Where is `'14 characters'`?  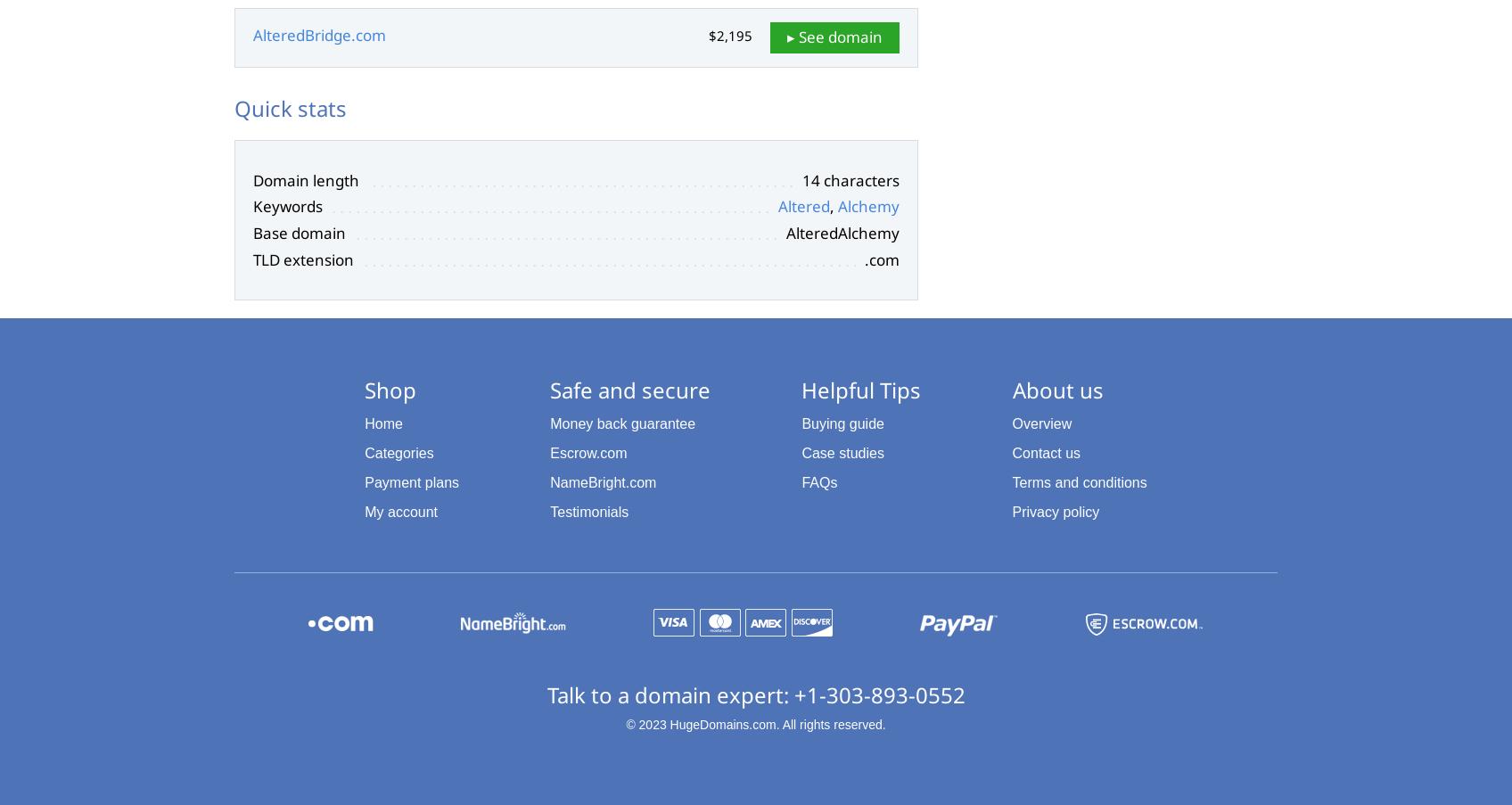 '14 characters' is located at coordinates (850, 179).